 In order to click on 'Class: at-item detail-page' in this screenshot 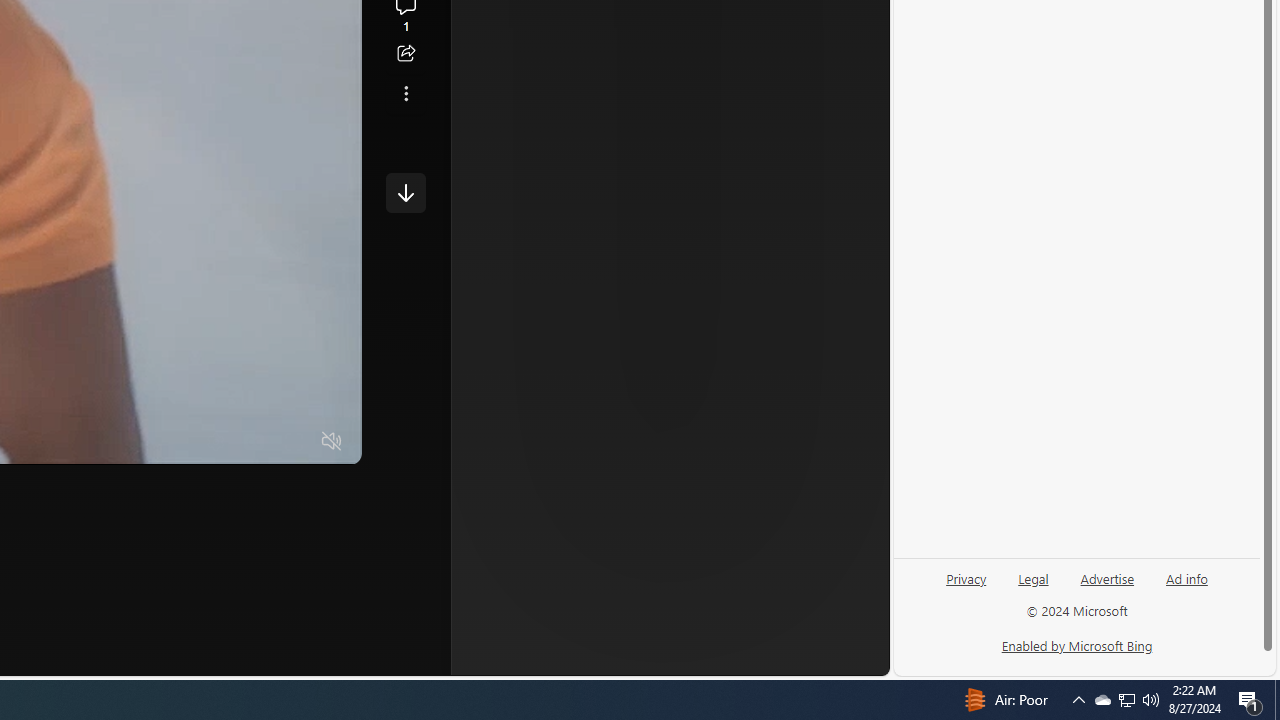, I will do `click(405, 93)`.